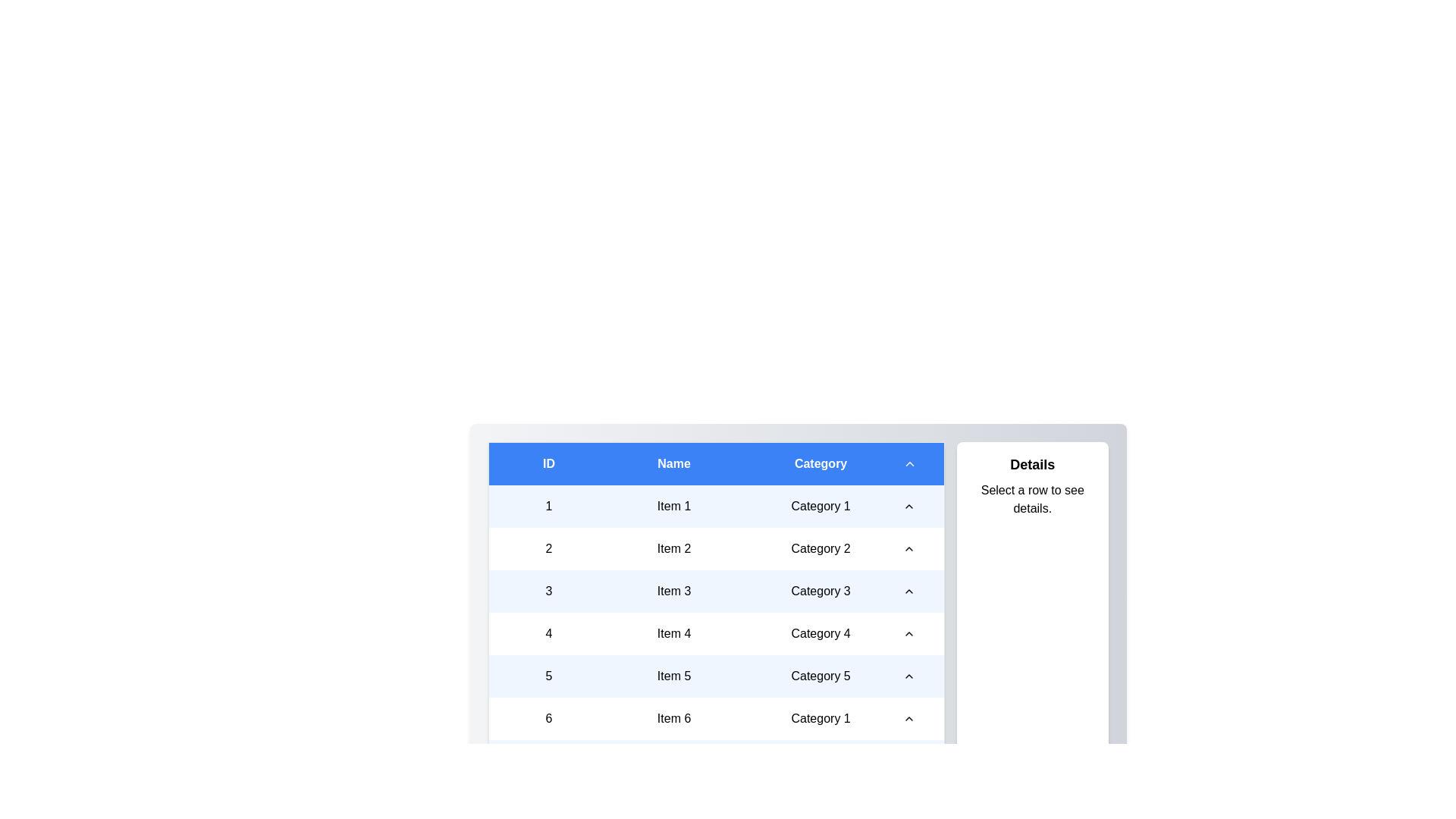 The height and width of the screenshot is (819, 1456). What do you see at coordinates (715, 463) in the screenshot?
I see `the header of the column to sort the table by that column` at bounding box center [715, 463].